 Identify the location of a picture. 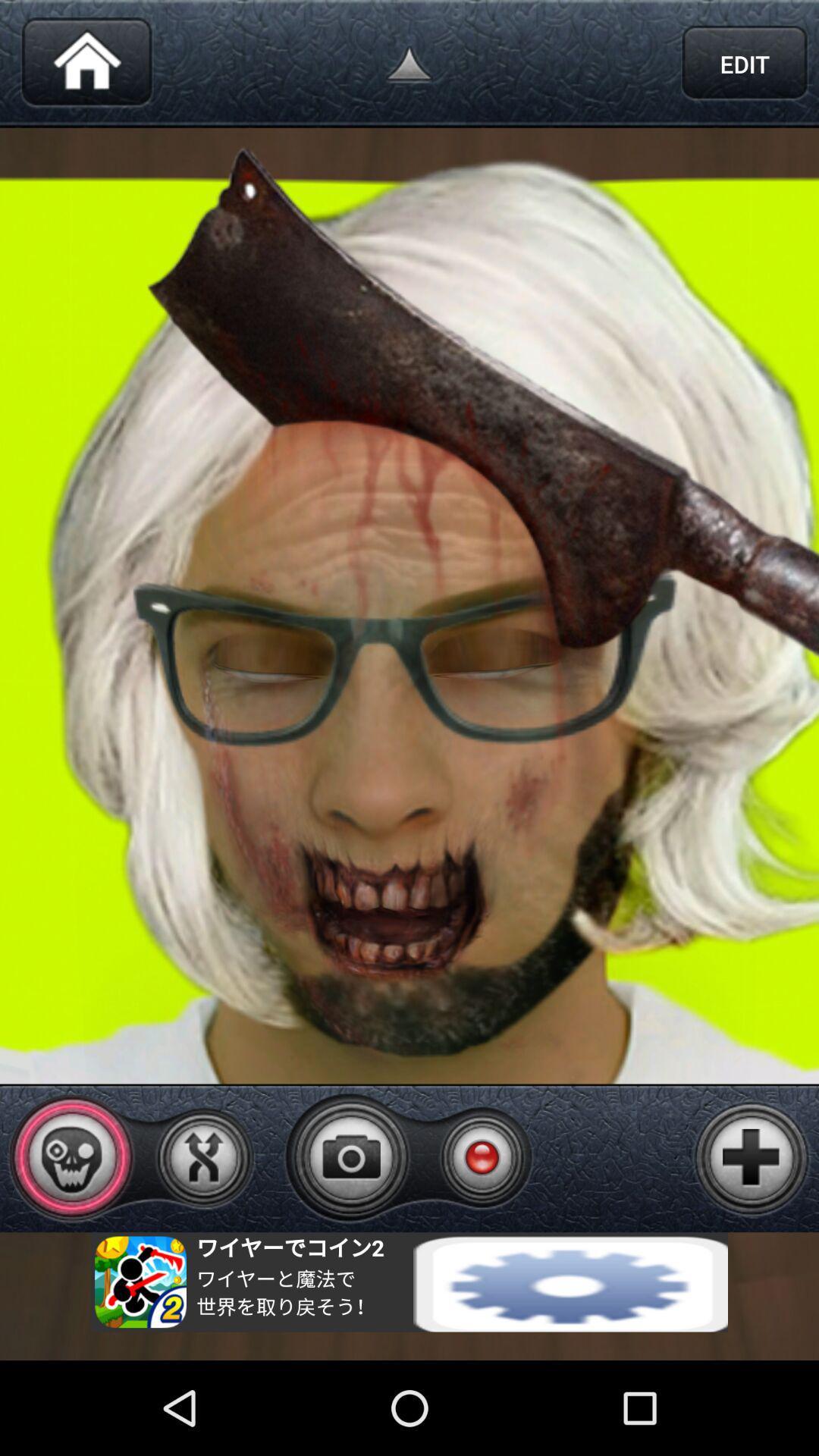
(752, 1157).